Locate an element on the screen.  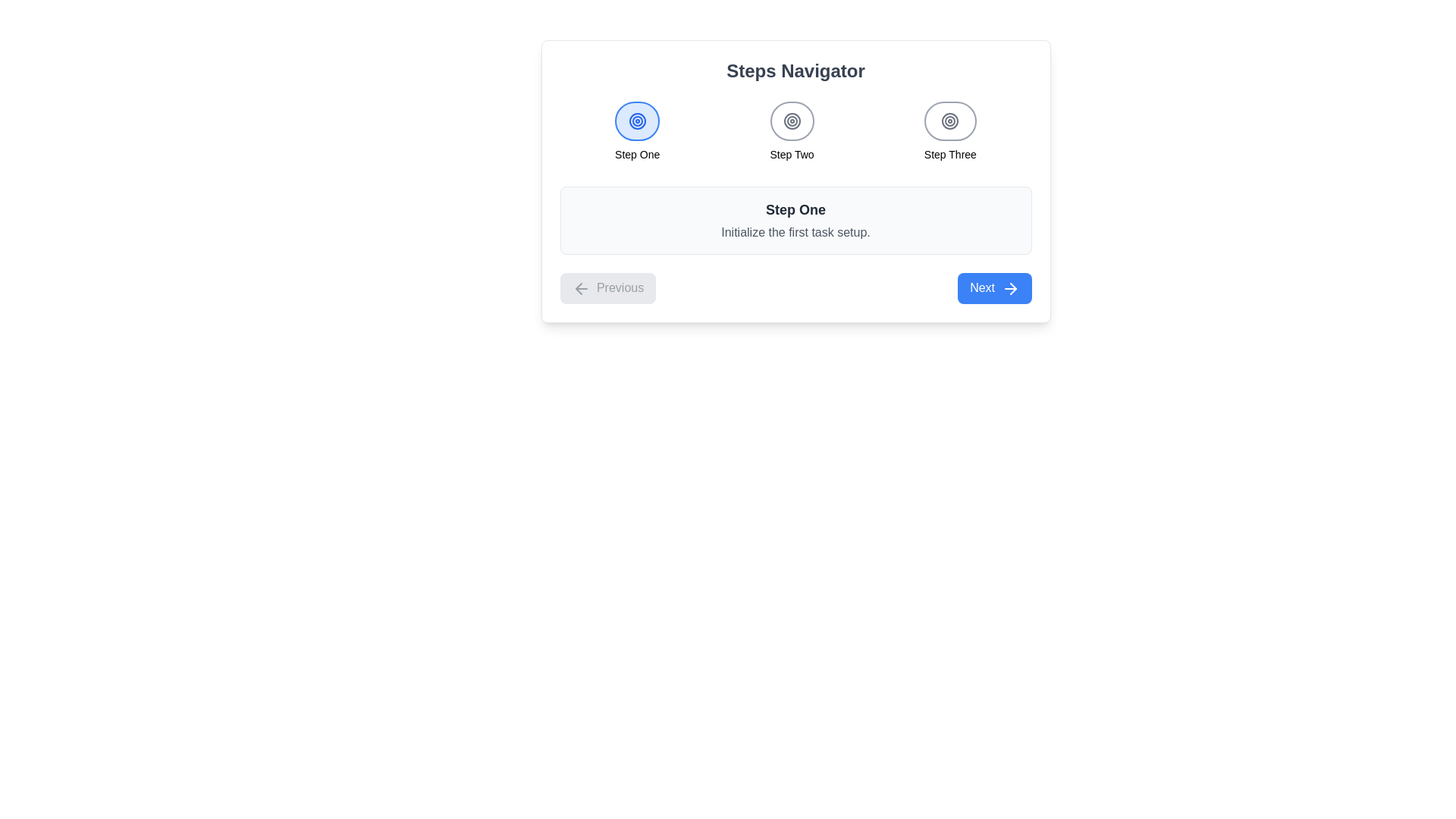
the static text element displaying 'Step Three', which is the third step indicator in a horizontal sequence of steps, located at the top of the interface is located at coordinates (949, 155).